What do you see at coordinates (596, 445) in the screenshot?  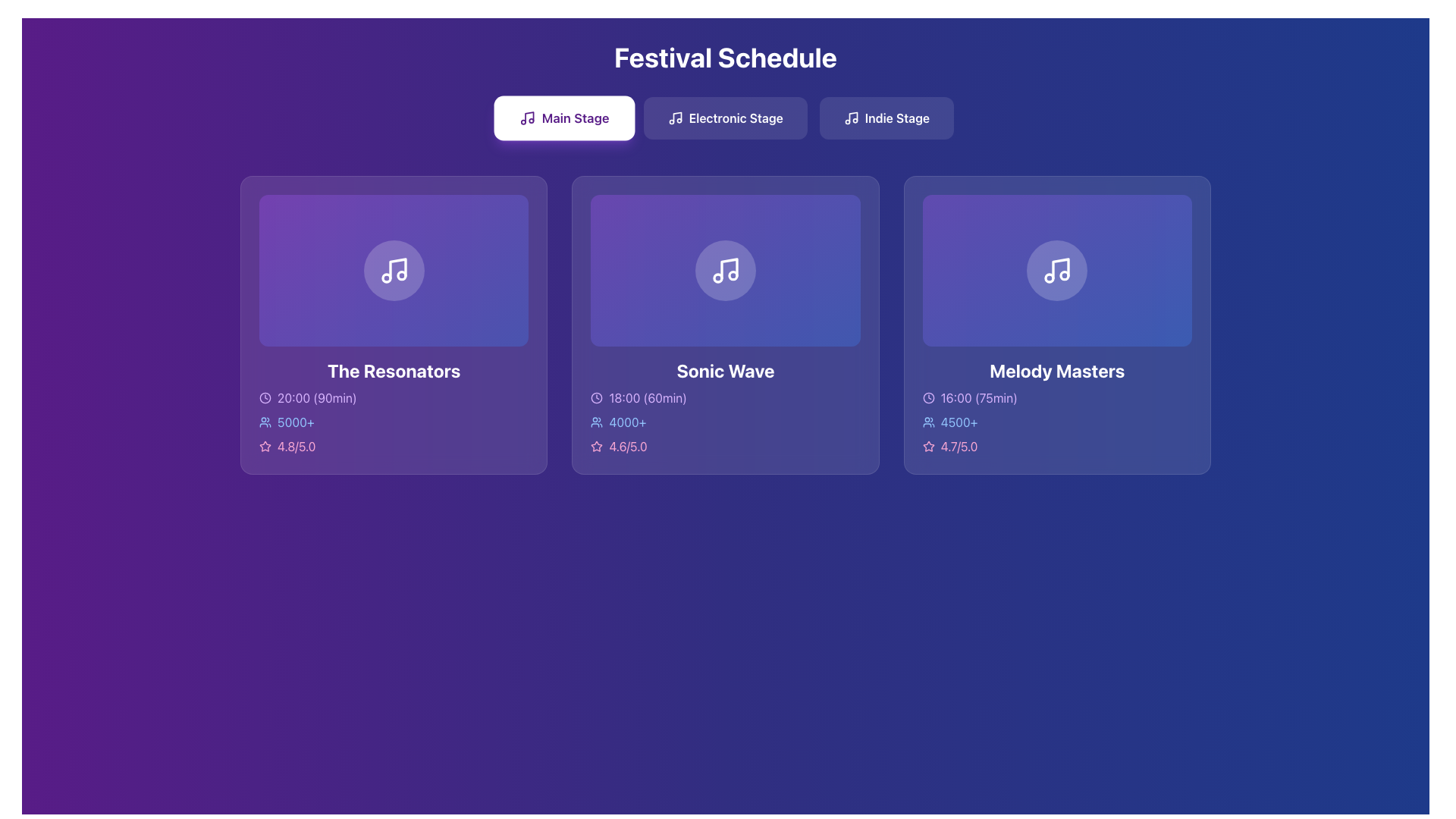 I see `the star icon with a thin outline styled in pink, located next to the rating '4.6/5.0' within the 'Sonic Wave' card in the middle section of the interface` at bounding box center [596, 445].